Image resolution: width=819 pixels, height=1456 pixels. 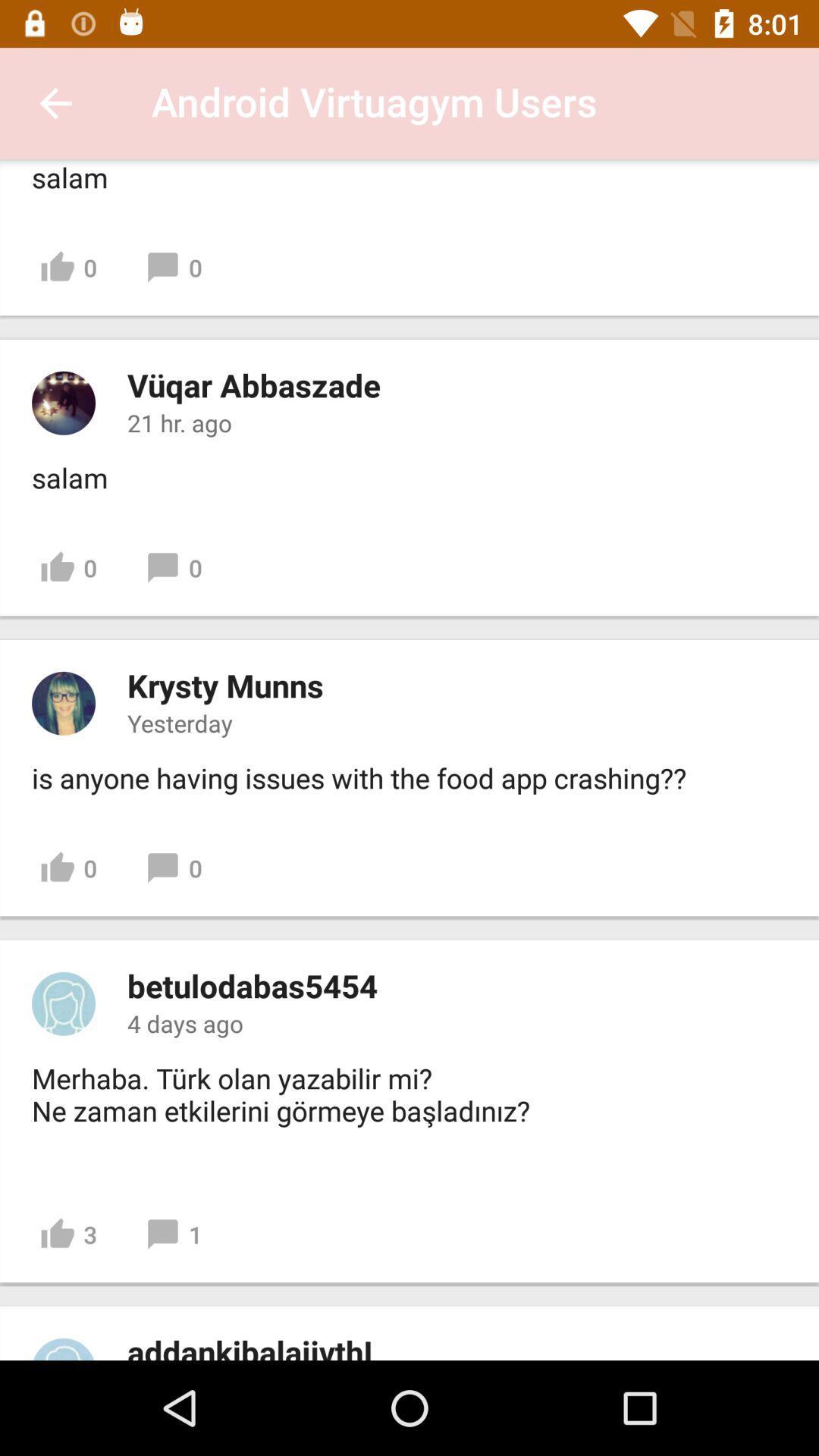 What do you see at coordinates (285, 1111) in the screenshot?
I see `item above 3` at bounding box center [285, 1111].